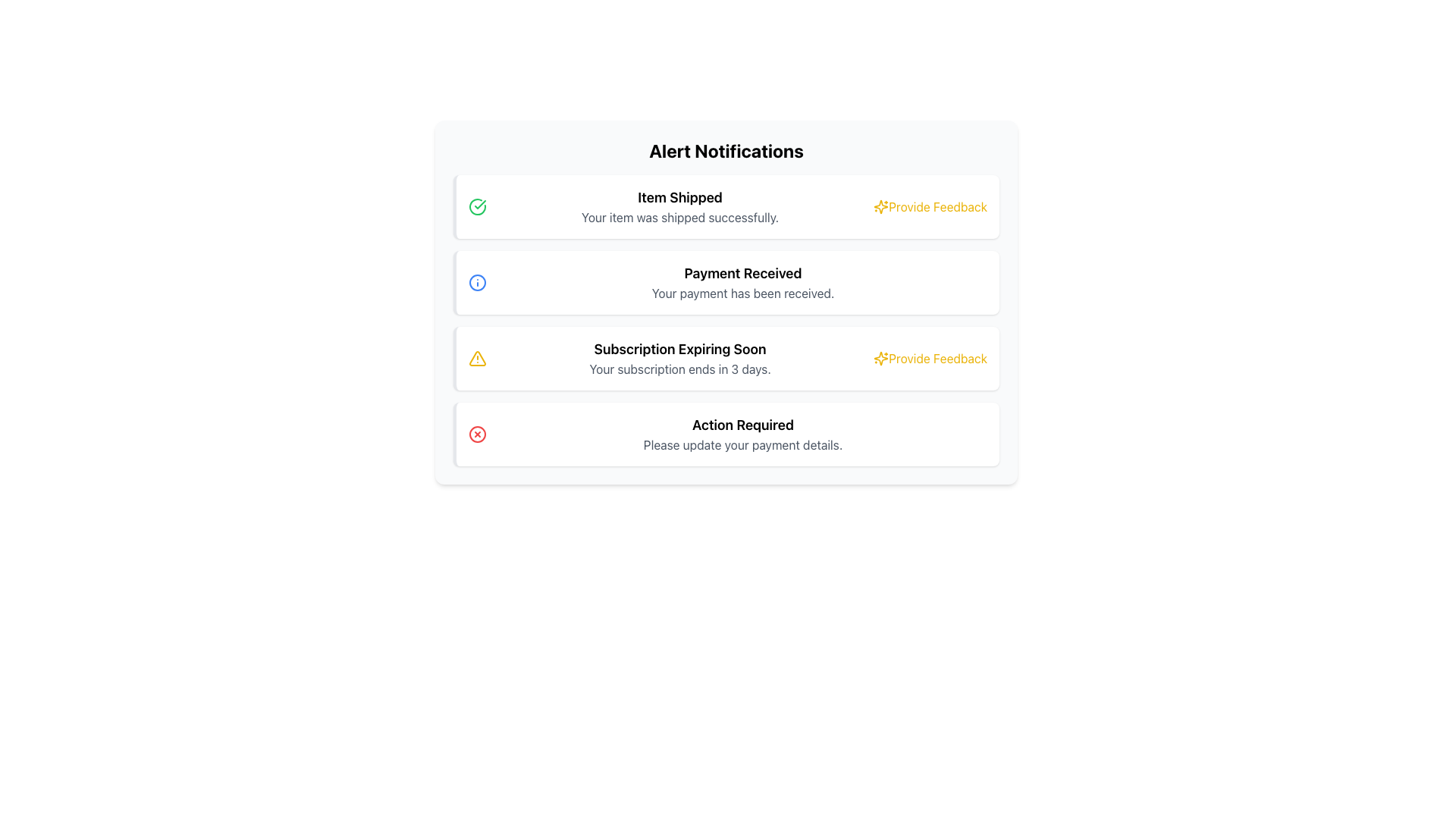  I want to click on the alert icon located at the far left of the last notification entry in the 'Alert Notifications' section, so click(476, 435).